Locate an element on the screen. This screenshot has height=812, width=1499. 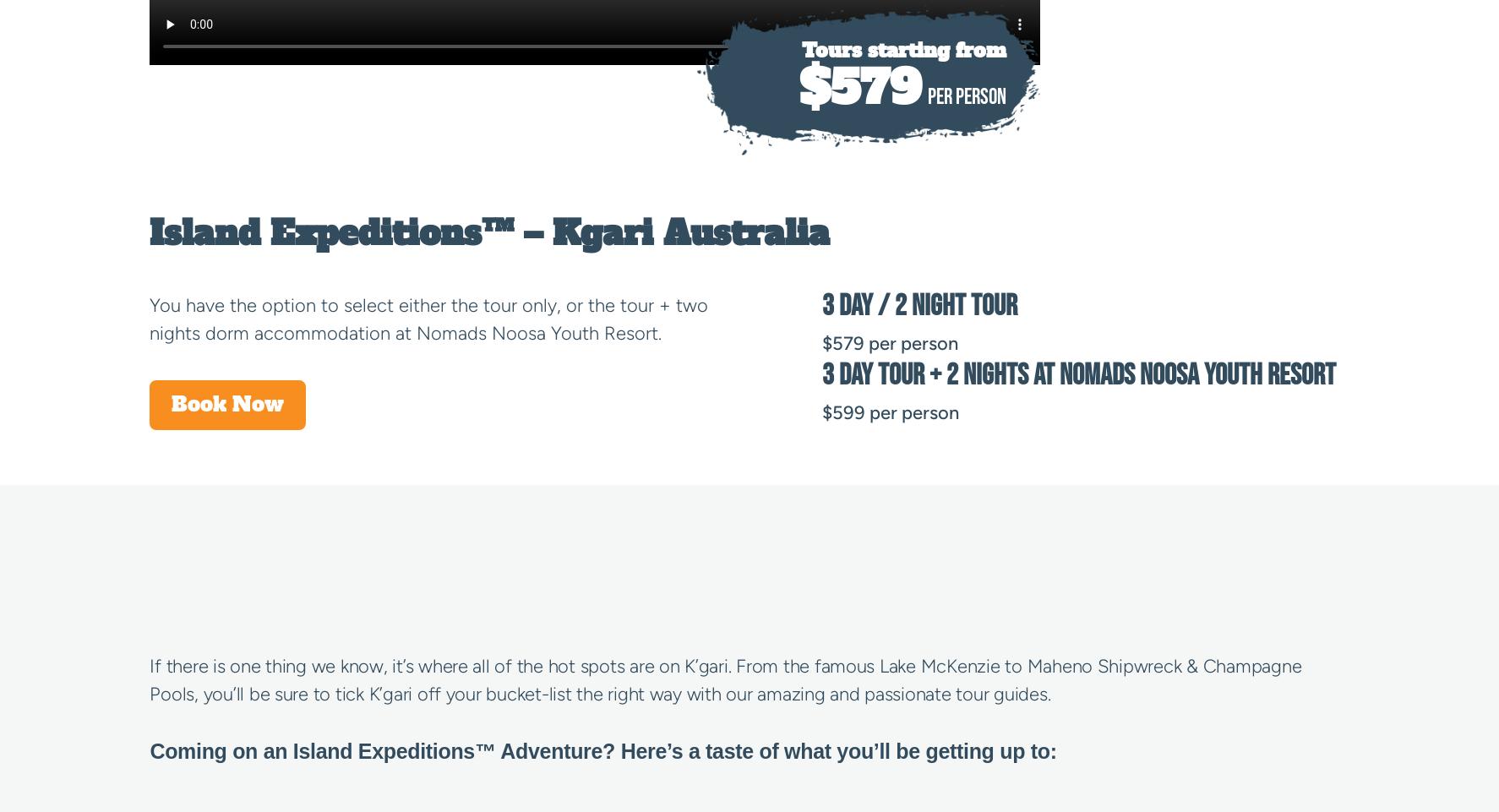
'PER PERSON' is located at coordinates (964, 96).